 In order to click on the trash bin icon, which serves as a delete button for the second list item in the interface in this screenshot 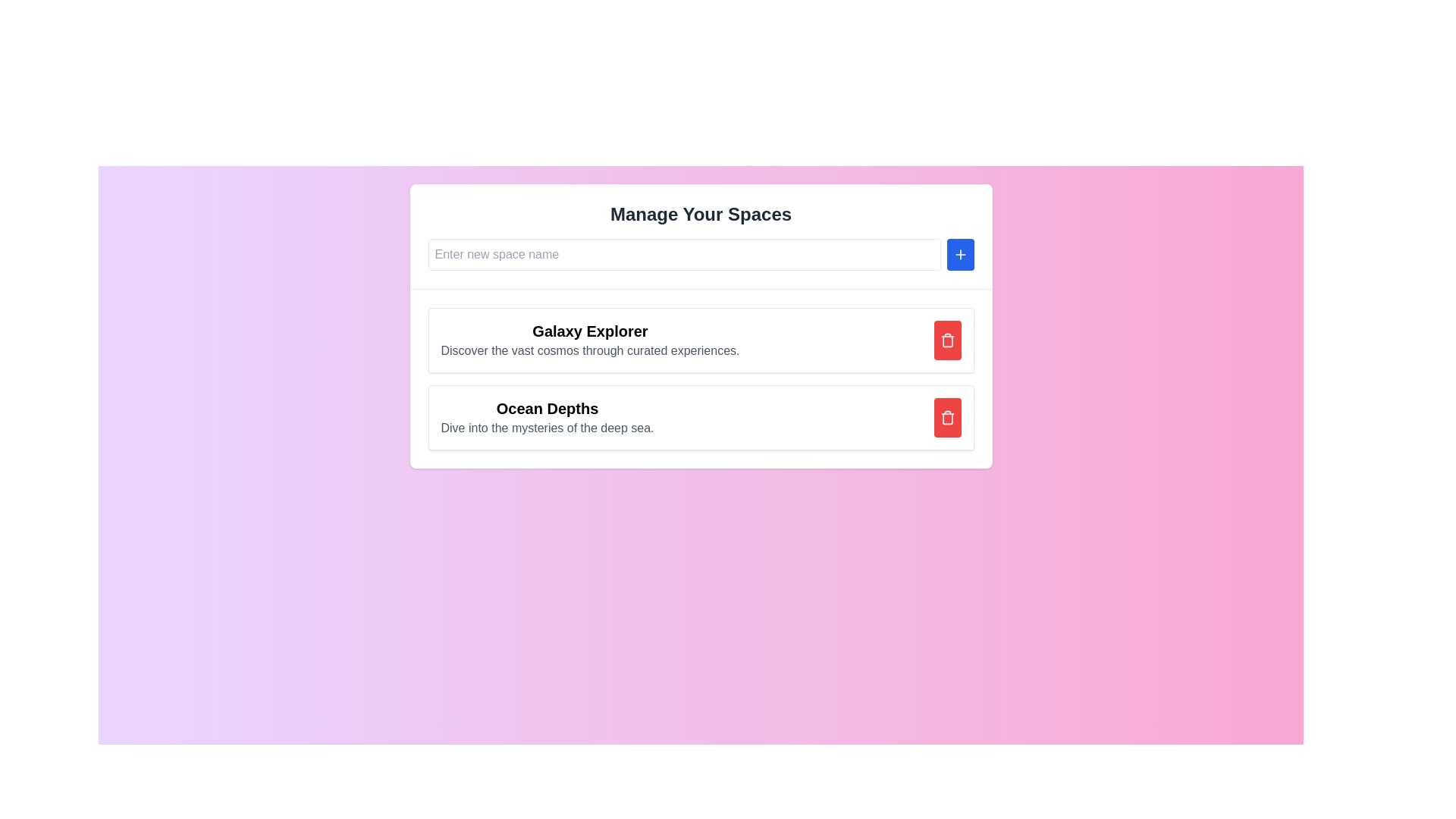, I will do `click(946, 419)`.